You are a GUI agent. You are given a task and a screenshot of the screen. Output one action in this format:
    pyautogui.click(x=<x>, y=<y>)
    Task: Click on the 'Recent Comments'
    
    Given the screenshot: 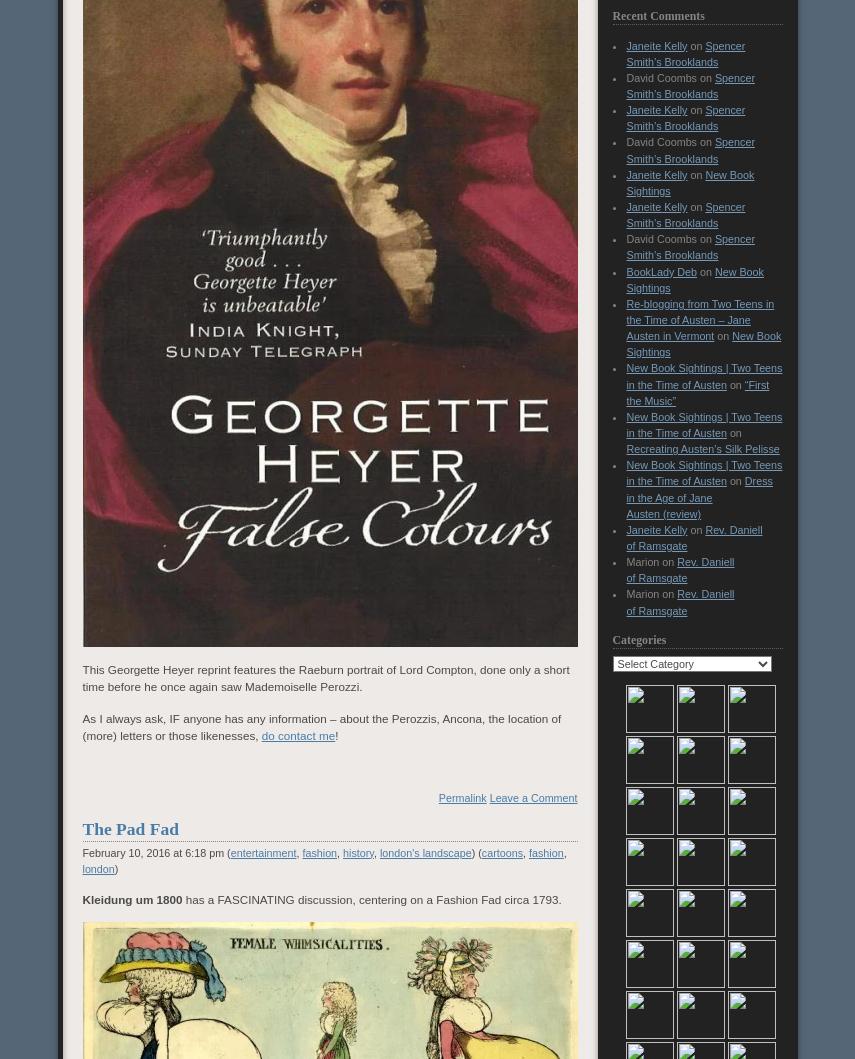 What is the action you would take?
    pyautogui.click(x=658, y=15)
    